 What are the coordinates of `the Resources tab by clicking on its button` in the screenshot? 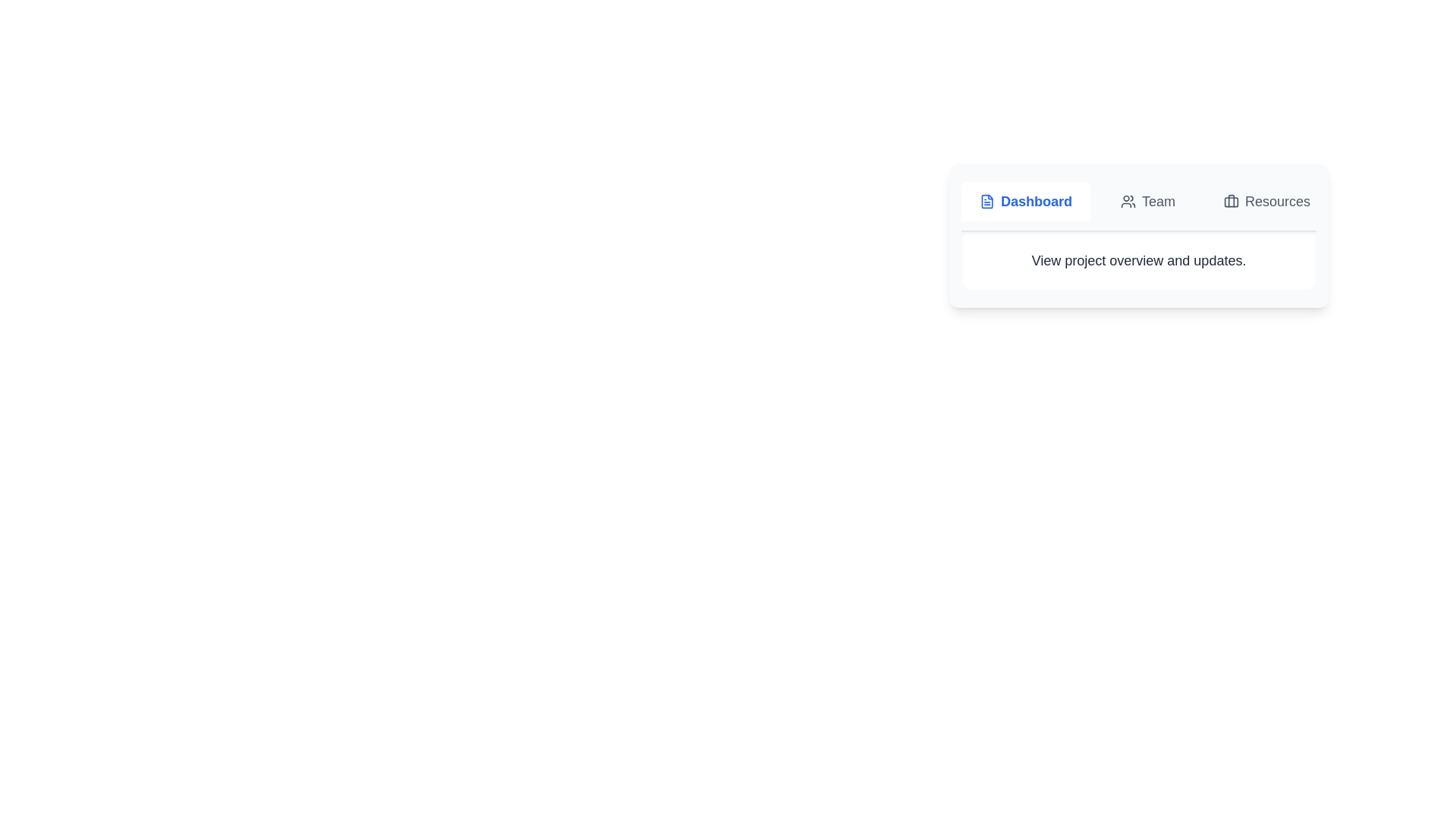 It's located at (1266, 201).